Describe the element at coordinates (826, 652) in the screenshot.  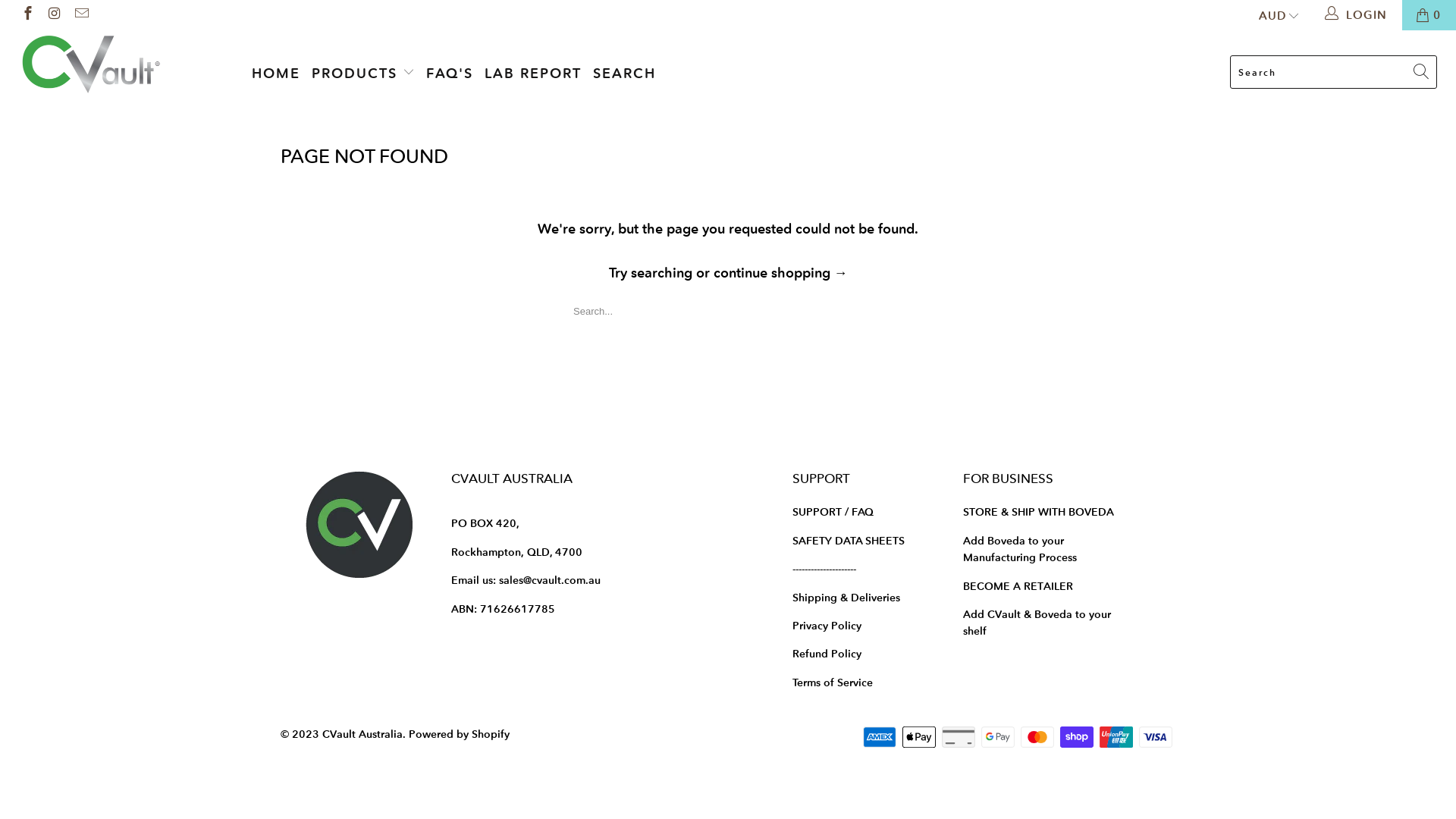
I see `'Refund Policy'` at that location.